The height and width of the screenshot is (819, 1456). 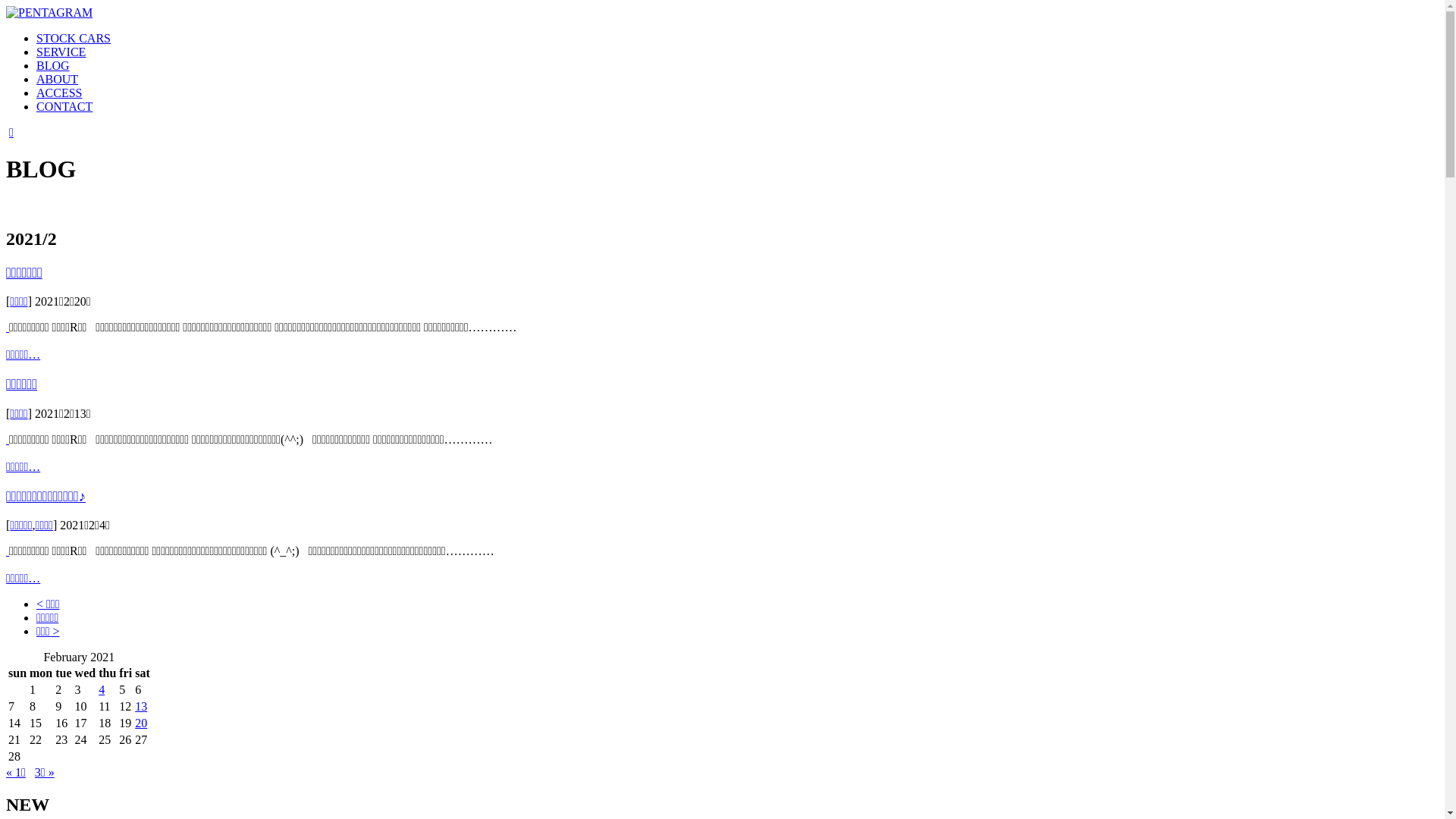 What do you see at coordinates (141, 722) in the screenshot?
I see `'20'` at bounding box center [141, 722].